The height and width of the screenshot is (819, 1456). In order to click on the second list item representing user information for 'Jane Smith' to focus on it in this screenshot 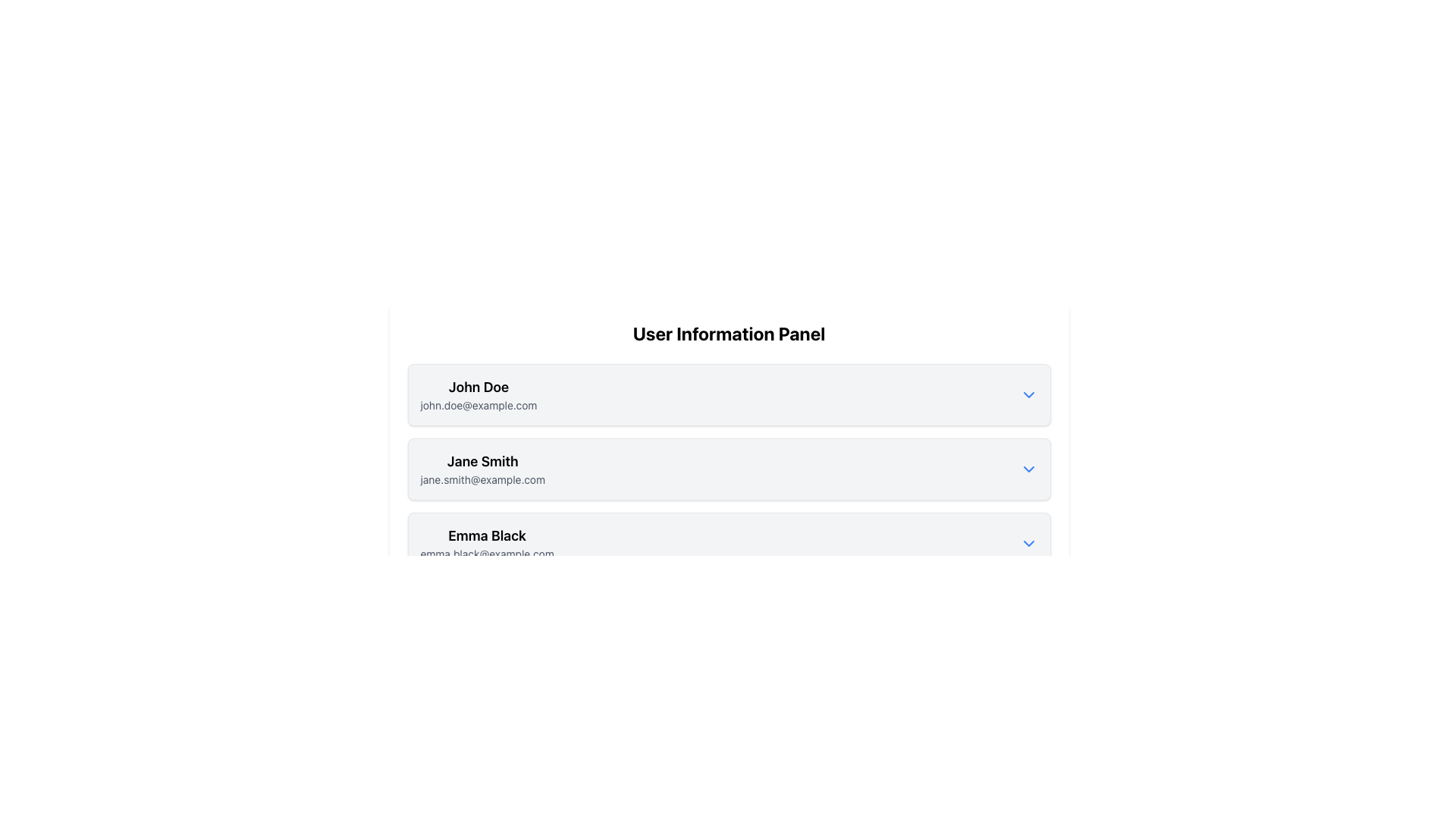, I will do `click(729, 468)`.